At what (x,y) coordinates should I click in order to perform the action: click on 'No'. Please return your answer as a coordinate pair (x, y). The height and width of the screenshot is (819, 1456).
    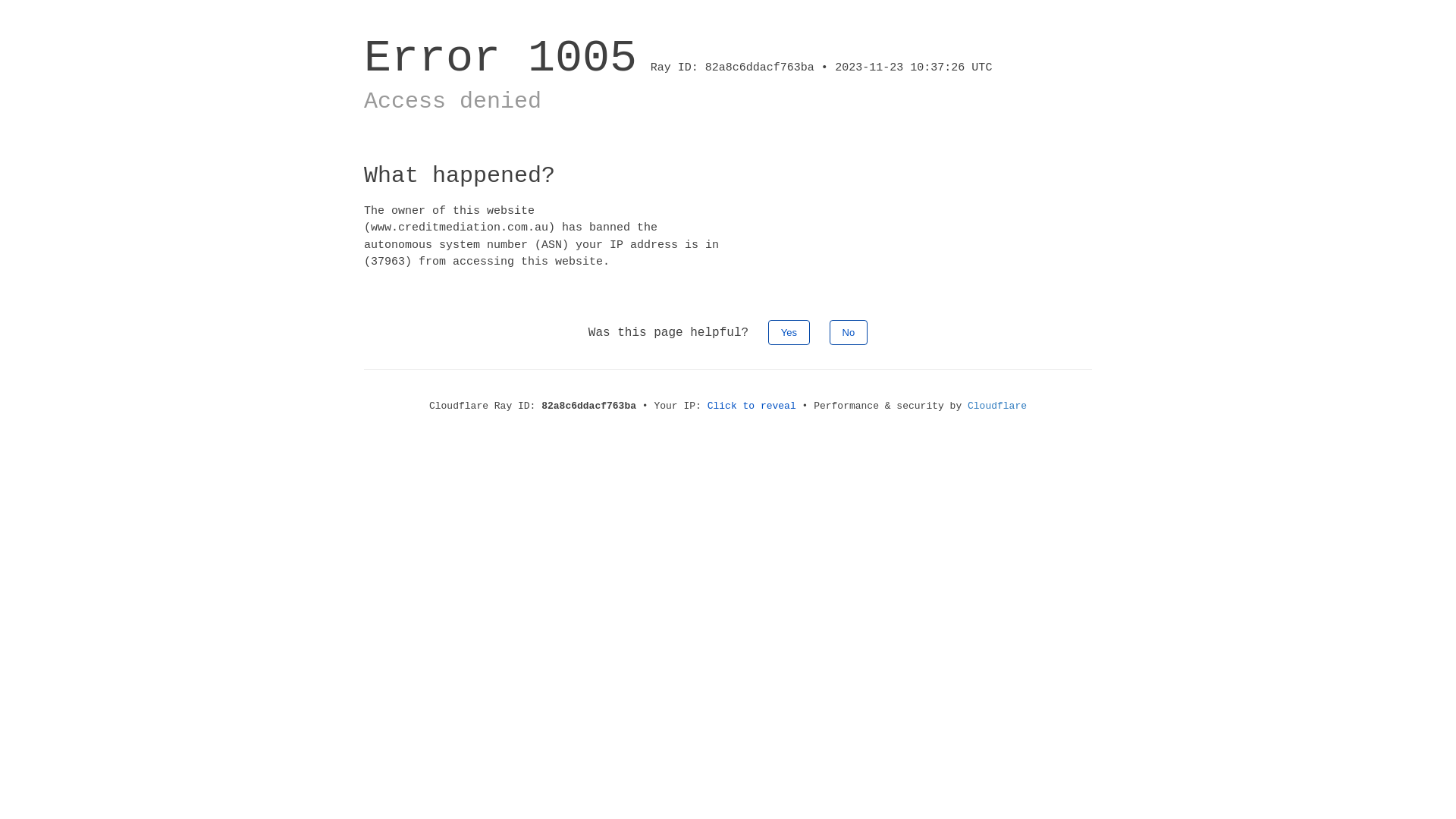
    Looking at the image, I should click on (848, 331).